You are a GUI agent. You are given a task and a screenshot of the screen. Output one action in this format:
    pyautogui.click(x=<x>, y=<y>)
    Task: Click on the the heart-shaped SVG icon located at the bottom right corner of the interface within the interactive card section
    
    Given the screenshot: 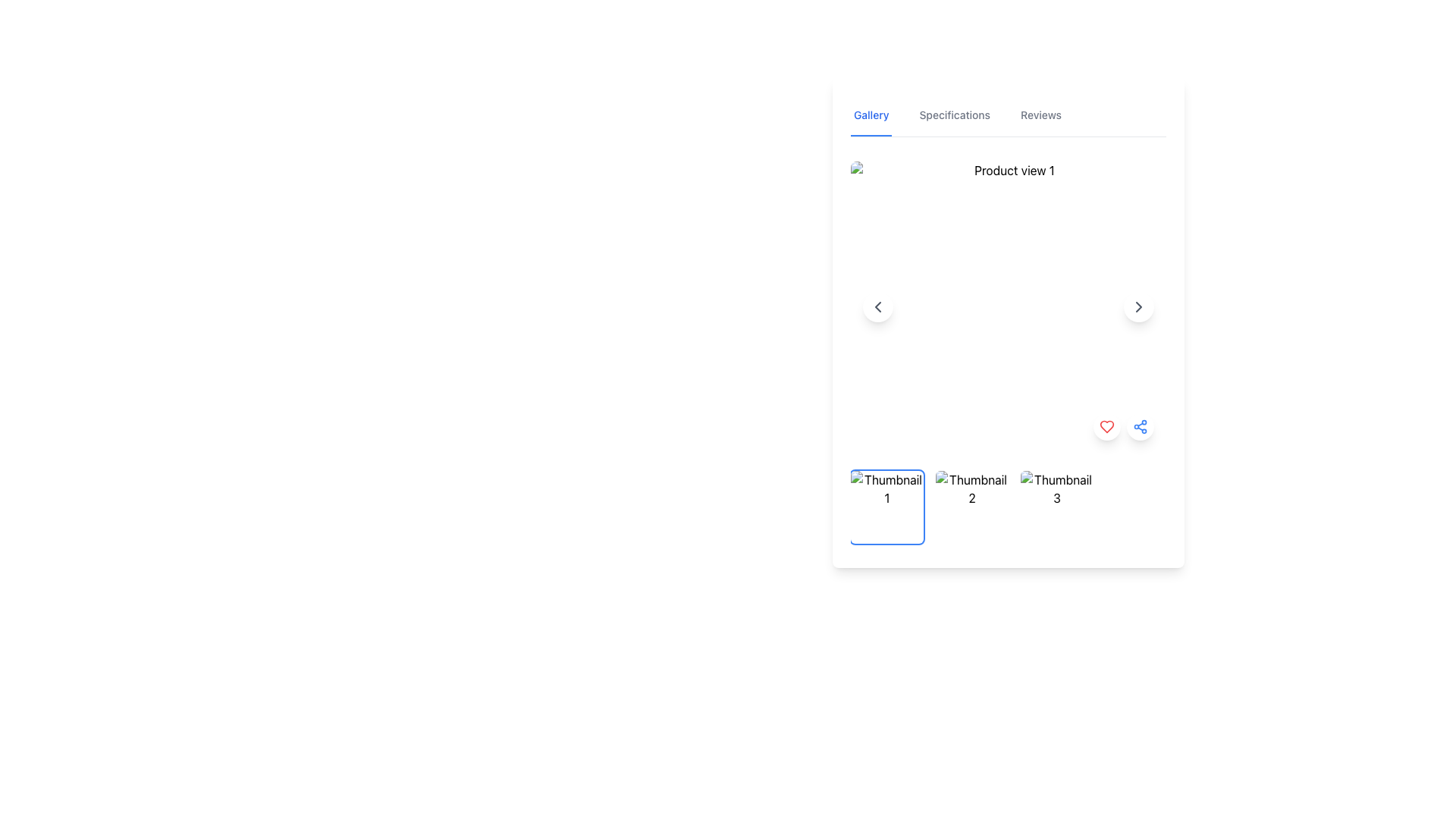 What is the action you would take?
    pyautogui.click(x=1106, y=427)
    